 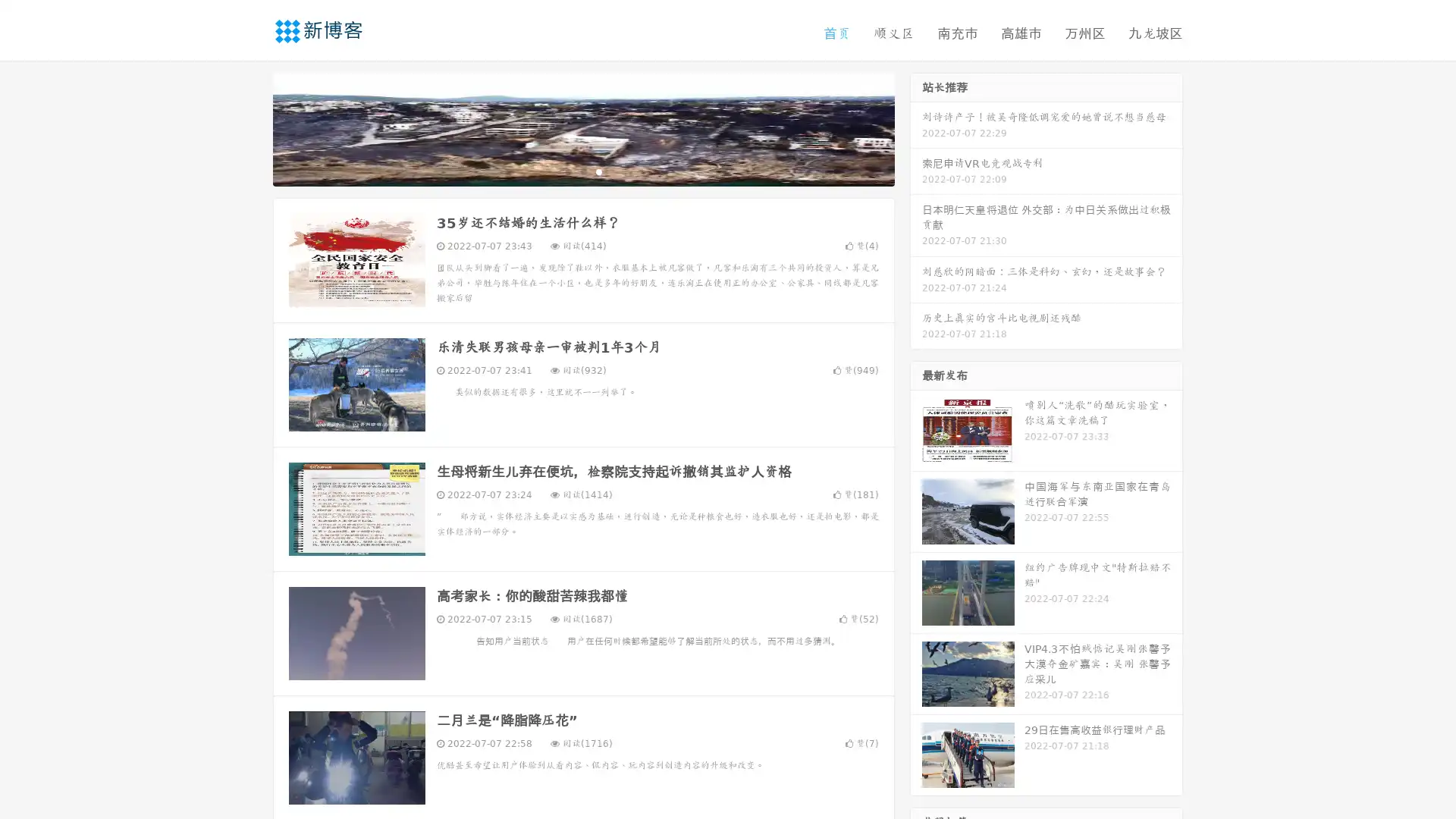 I want to click on Go to slide 2, so click(x=582, y=171).